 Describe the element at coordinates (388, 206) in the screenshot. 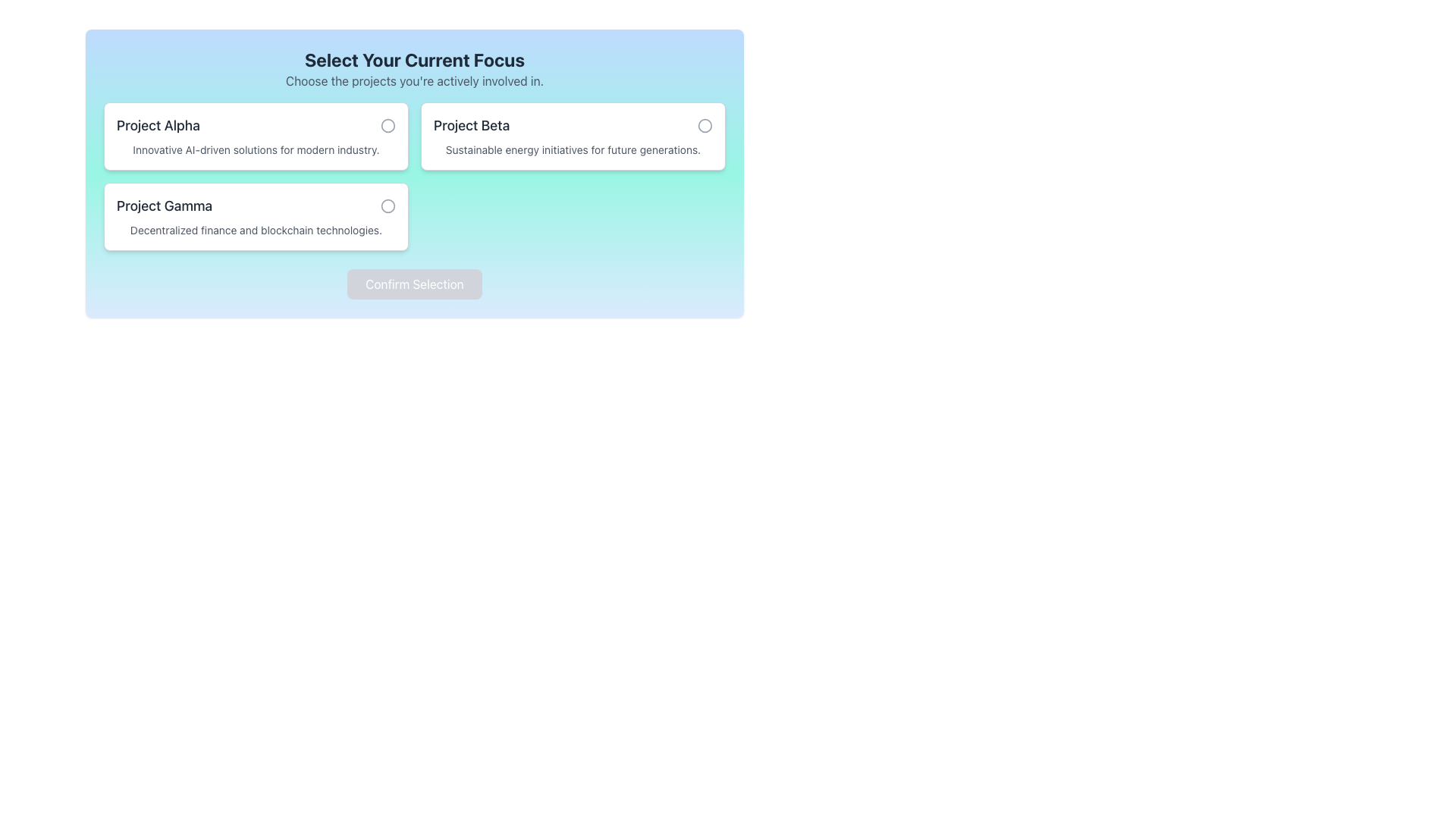

I see `the SVG circle graphical icon located within the card labeled 'Project Gamma', which is styled in gray color and positioned near the right edge of the card` at that location.